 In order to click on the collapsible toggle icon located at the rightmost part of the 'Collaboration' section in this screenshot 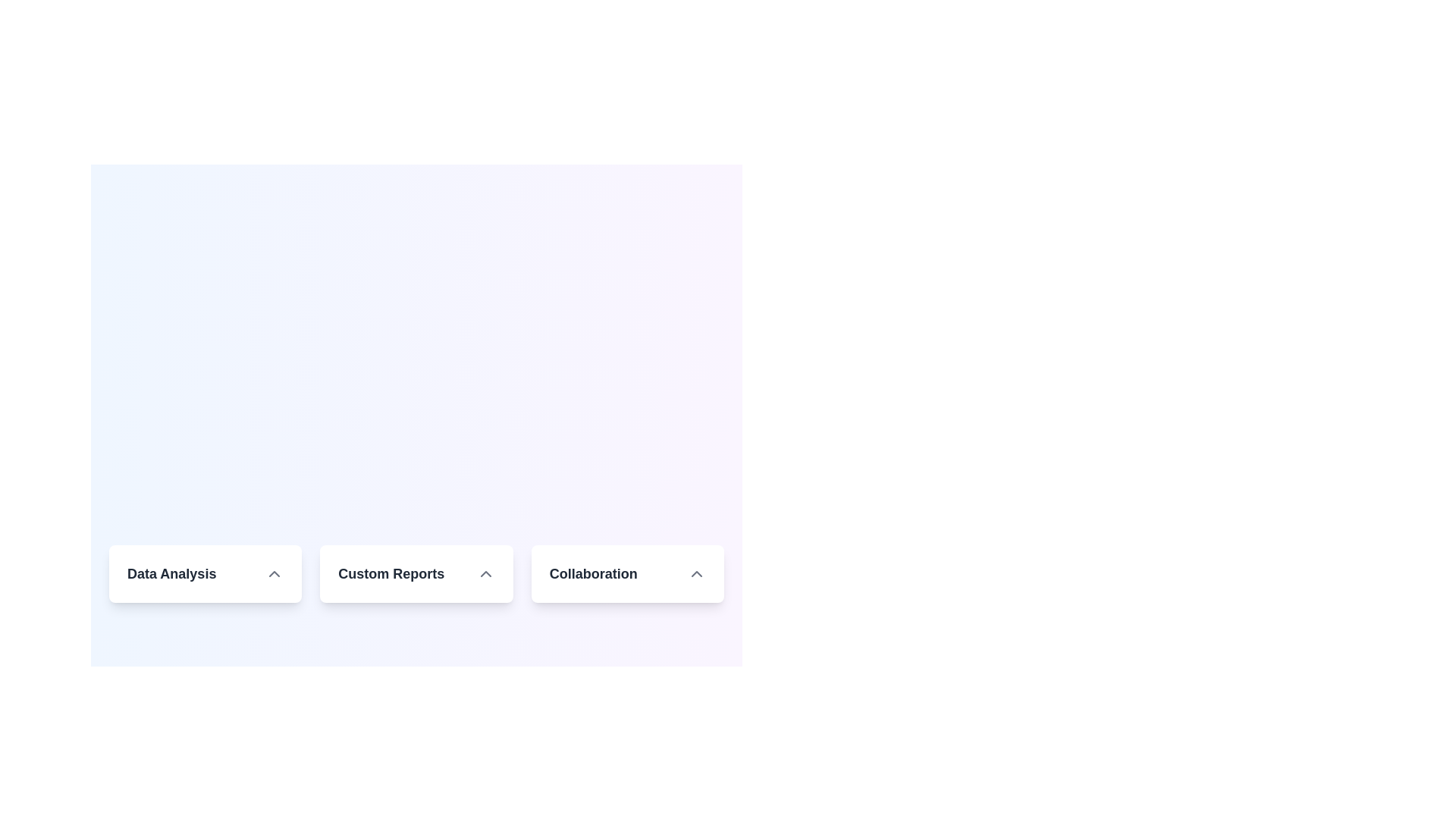, I will do `click(695, 573)`.